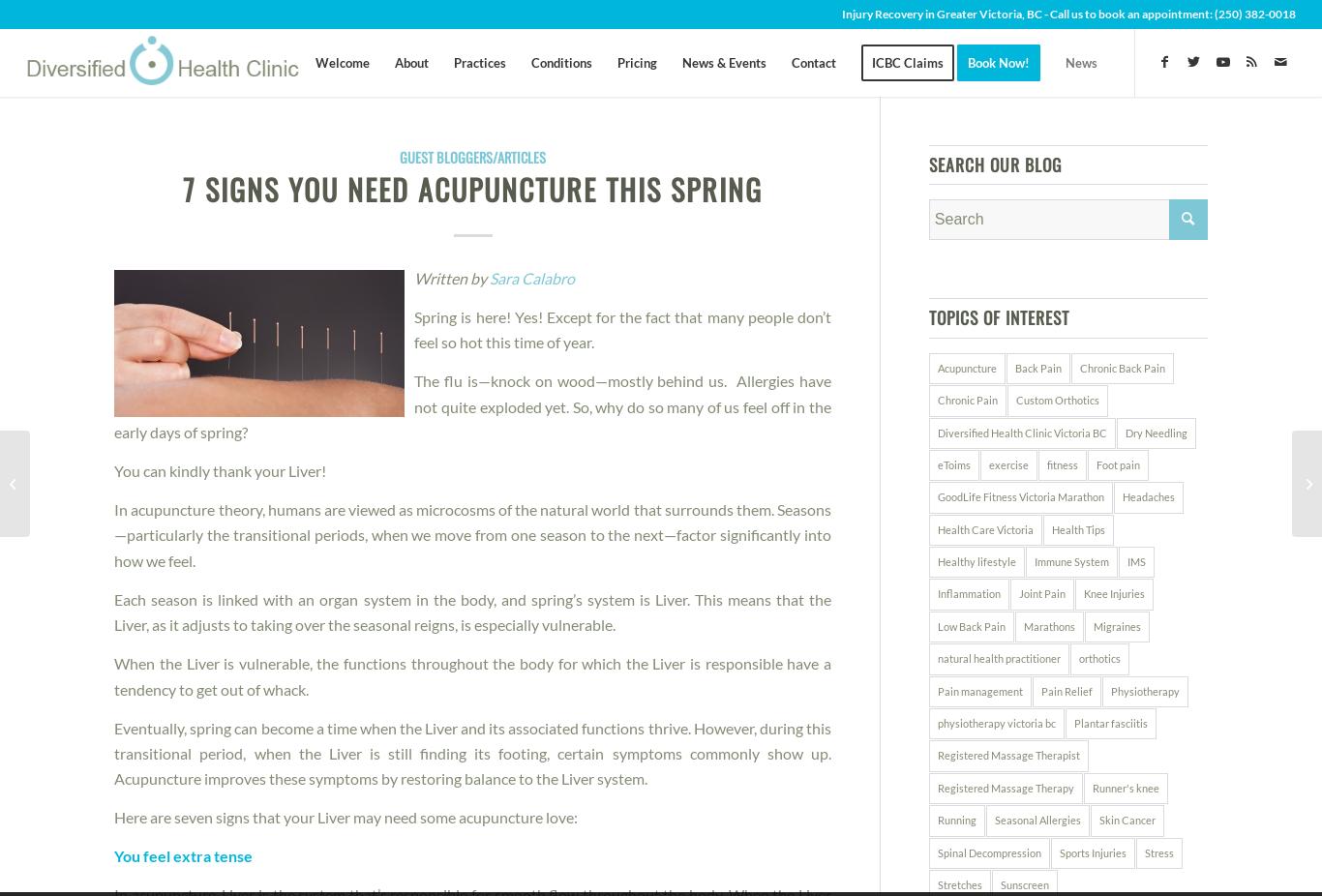 This screenshot has width=1322, height=896. I want to click on '/wp-content/uploads/2019/05/Diversified-Health.png', so click(483, 156).